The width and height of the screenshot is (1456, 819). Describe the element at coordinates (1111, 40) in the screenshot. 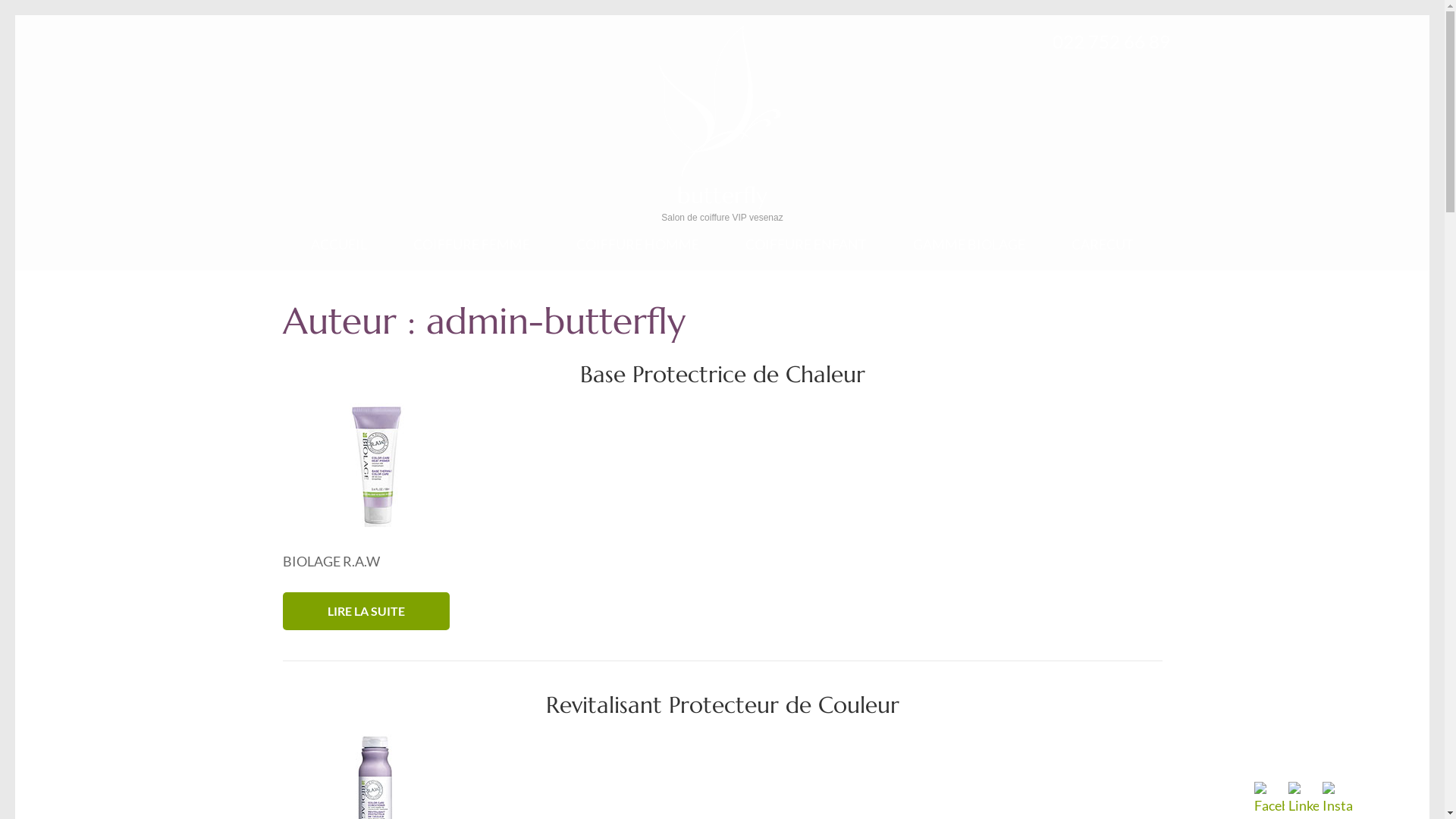

I see `'022 752 66 89'` at that location.